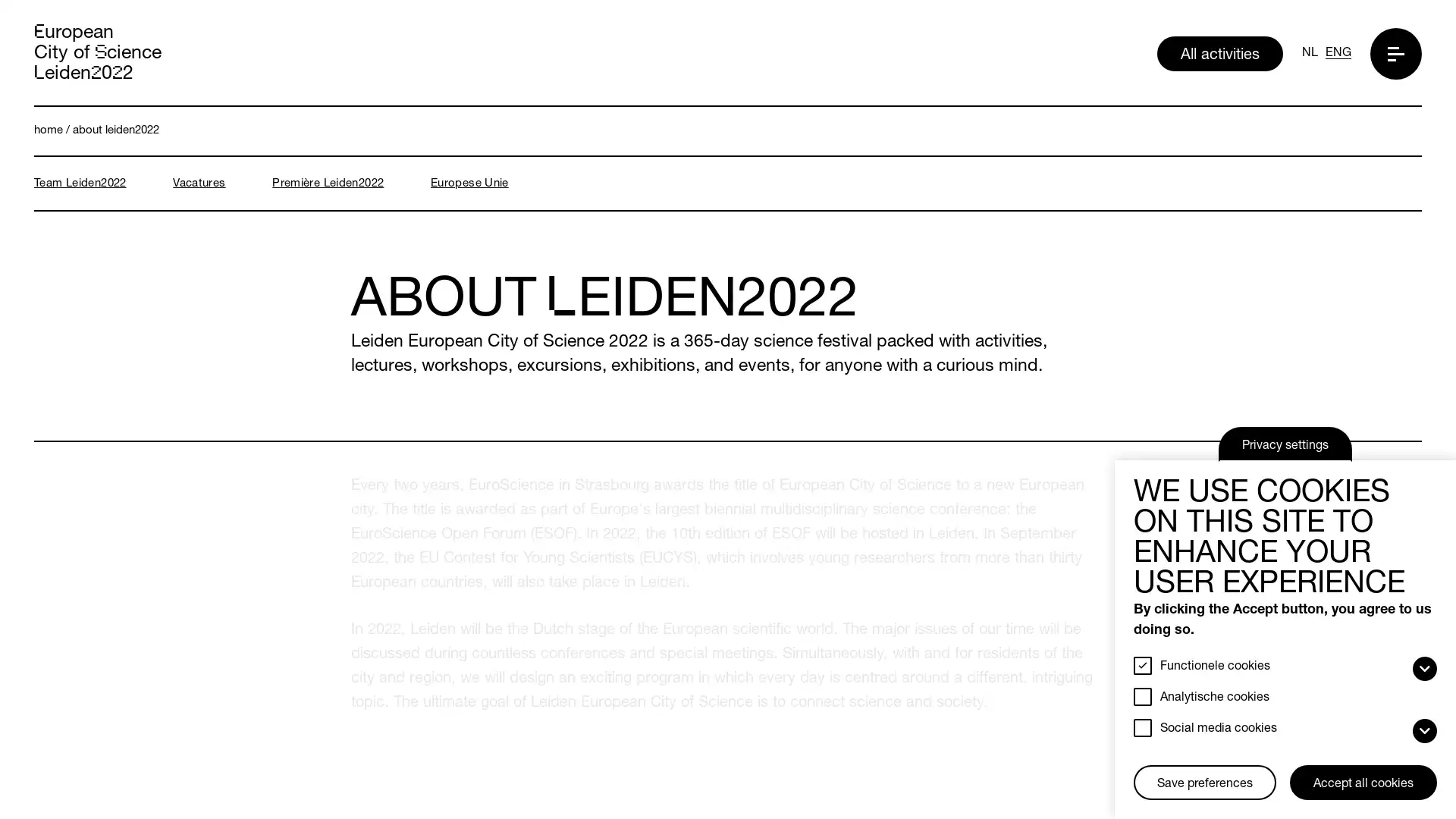 The height and width of the screenshot is (819, 1456). Describe the element at coordinates (1363, 783) in the screenshot. I see `Accept all cookies` at that location.